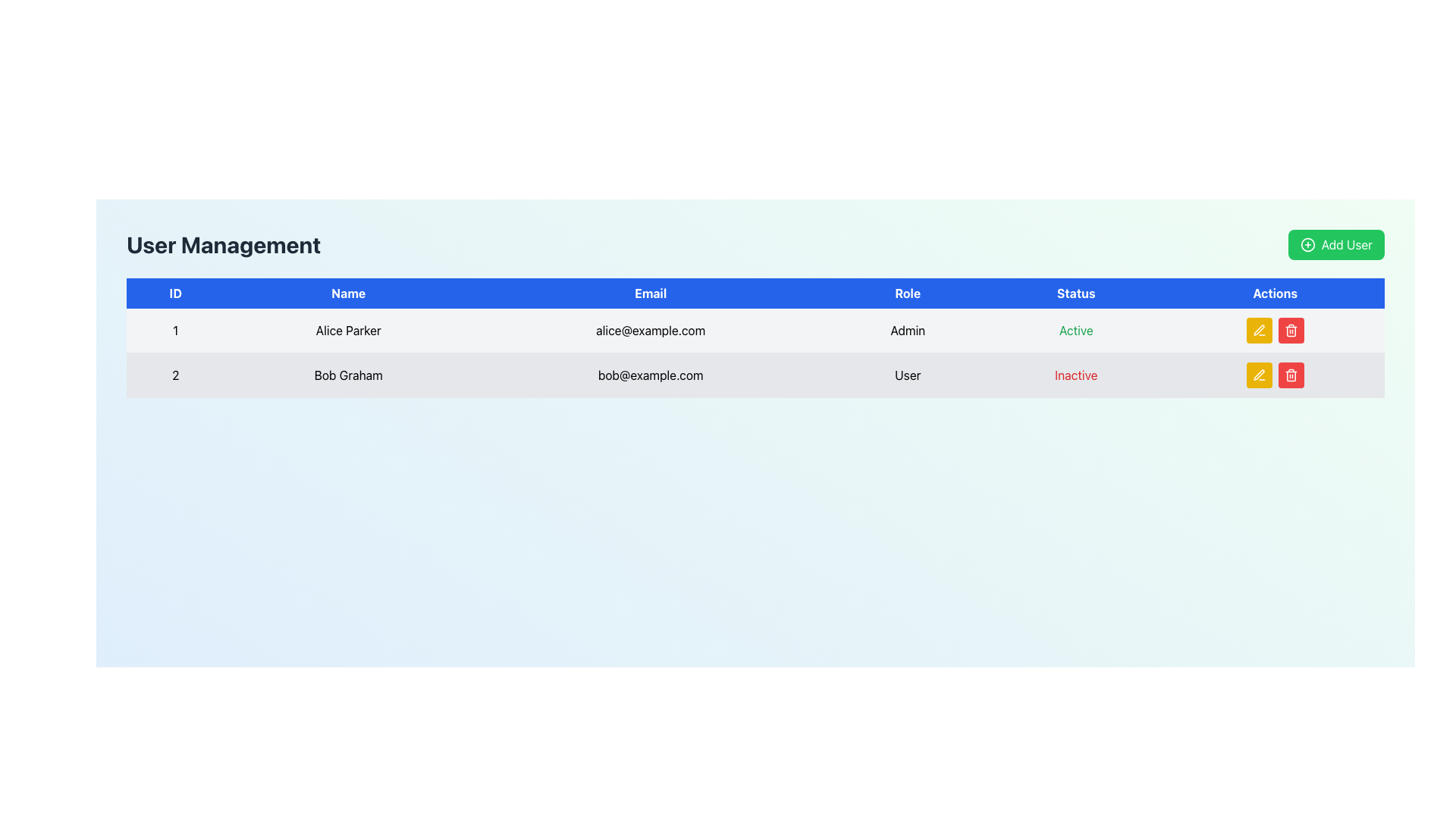 This screenshot has height=819, width=1456. Describe the element at coordinates (175, 293) in the screenshot. I see `the blue rectangular label with the text 'ID' that is prominently styled and located at the top left section of the table header, adjacent to the 'Name' label` at that location.